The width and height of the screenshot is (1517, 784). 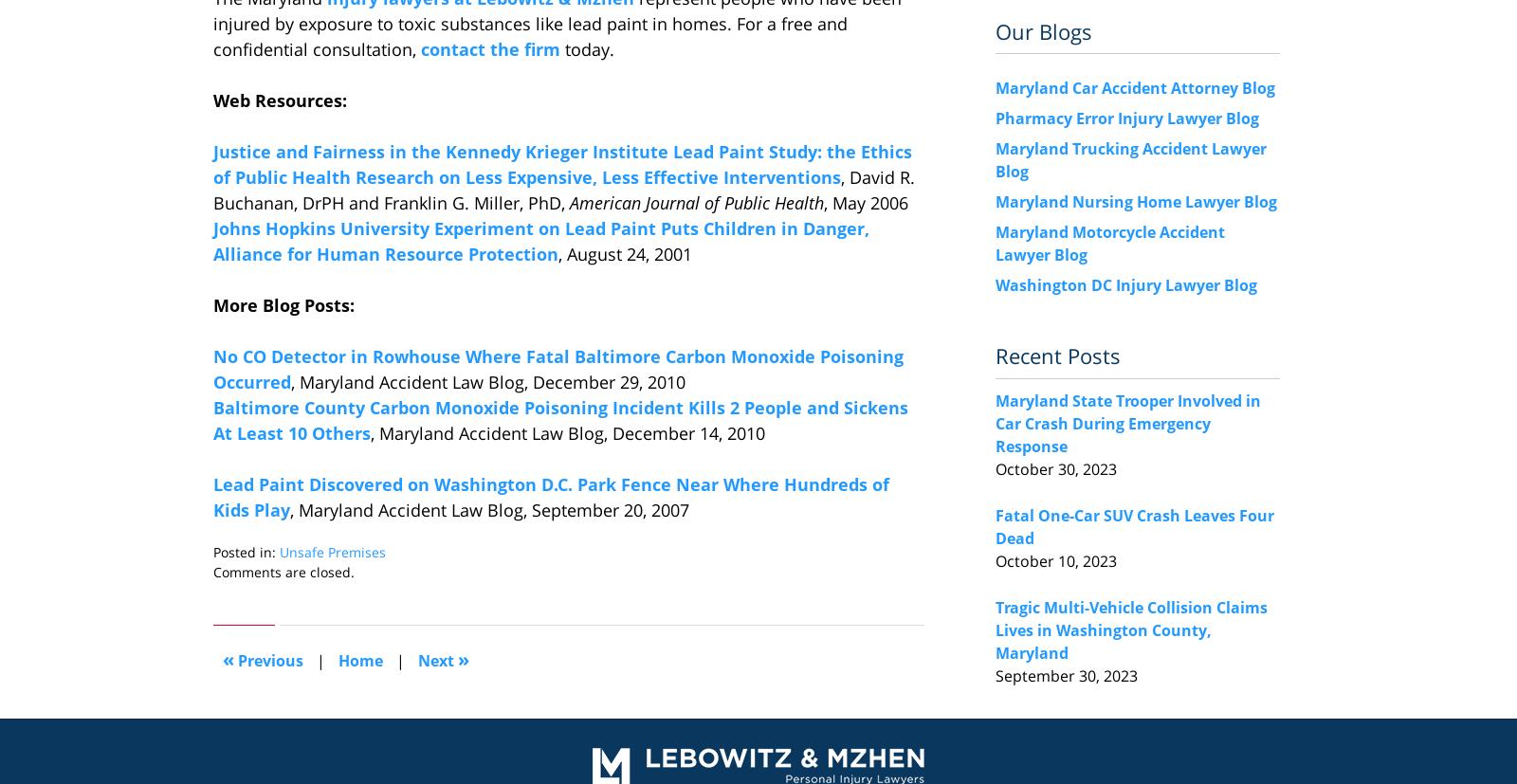 I want to click on 'Posted in:', so click(x=245, y=552).